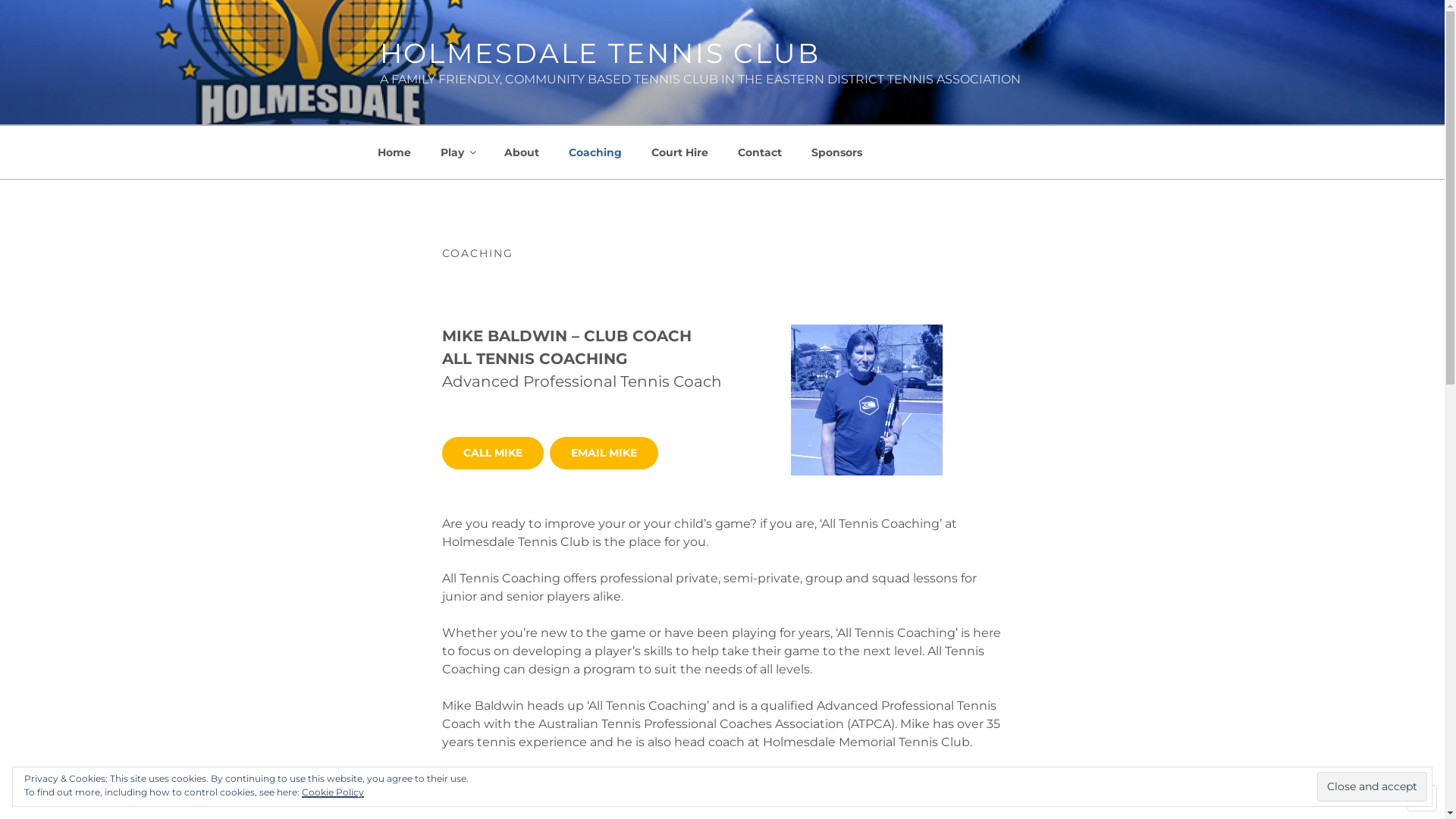 The width and height of the screenshot is (1456, 819). I want to click on 'Contact', so click(760, 152).